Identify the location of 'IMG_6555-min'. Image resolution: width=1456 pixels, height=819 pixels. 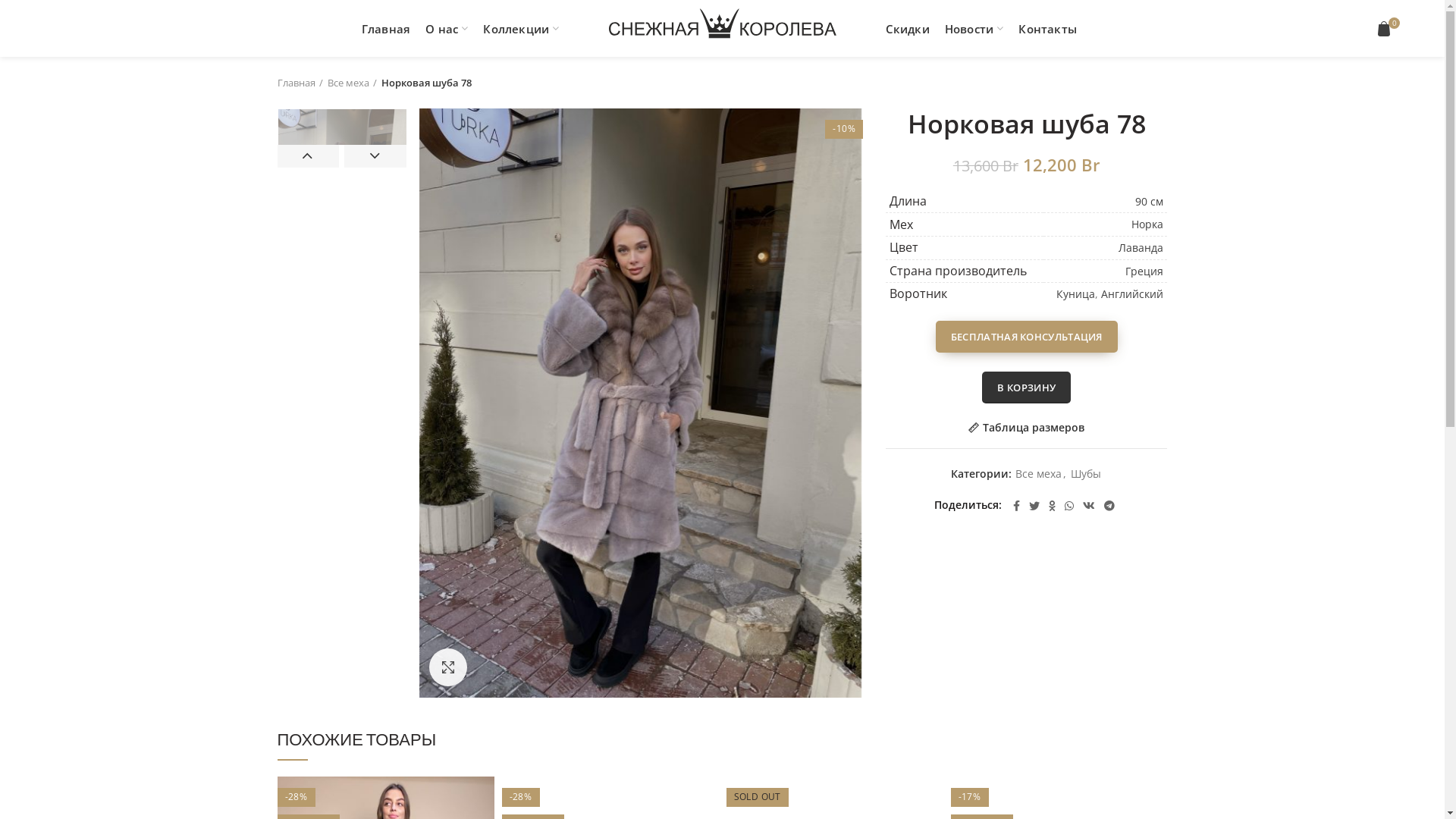
(340, 205).